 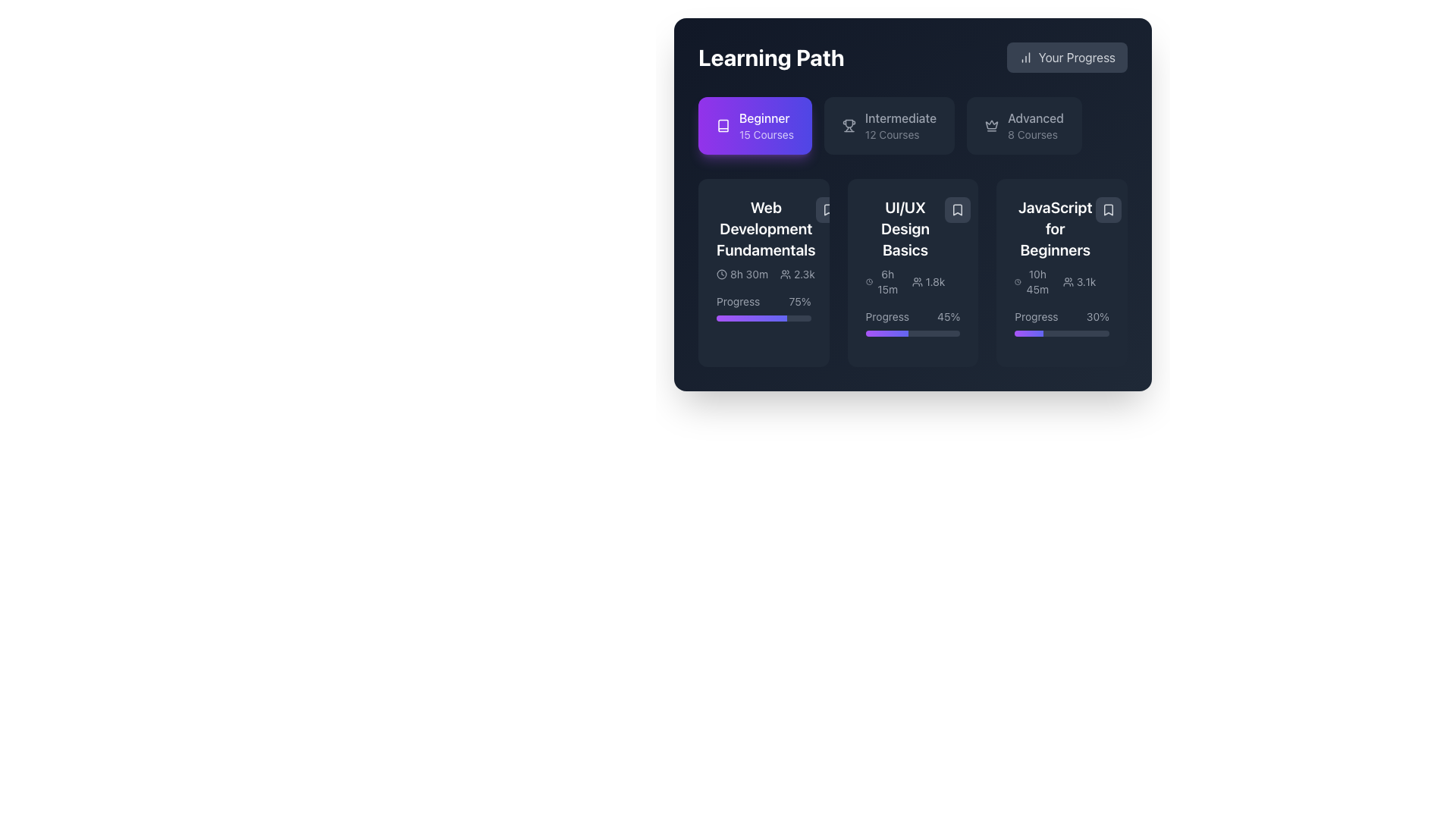 What do you see at coordinates (1076, 332) in the screenshot?
I see `the progress value` at bounding box center [1076, 332].